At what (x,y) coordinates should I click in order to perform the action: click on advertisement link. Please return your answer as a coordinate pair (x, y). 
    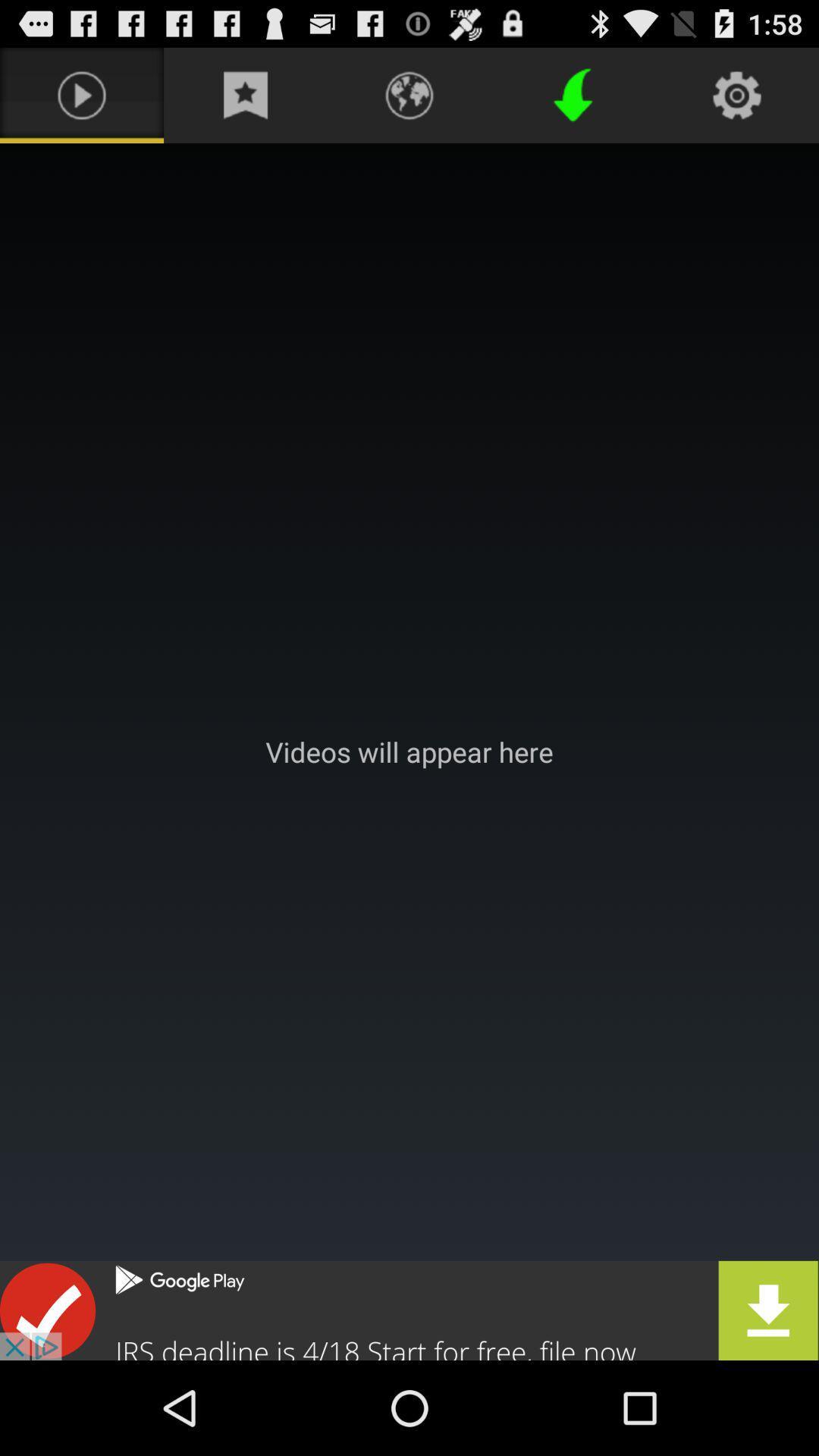
    Looking at the image, I should click on (409, 1310).